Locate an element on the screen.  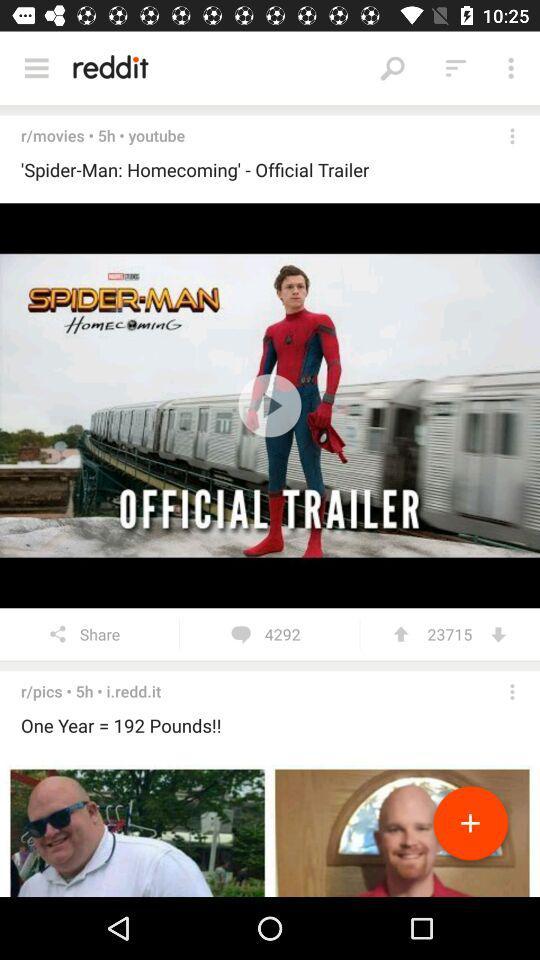
item to the right of the 23715 is located at coordinates (497, 633).